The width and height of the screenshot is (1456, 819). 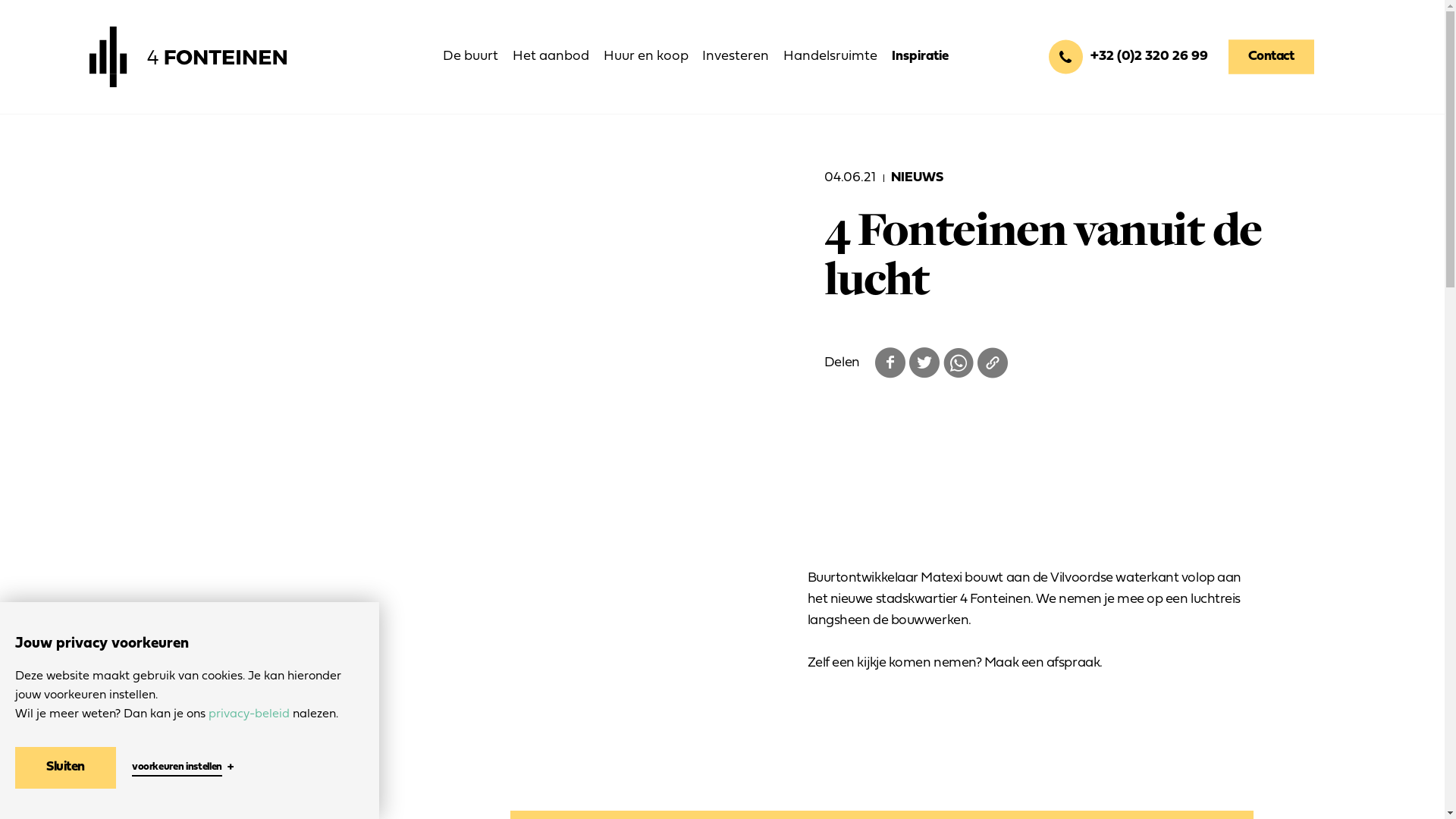 I want to click on 'Huur en koop', so click(x=645, y=55).